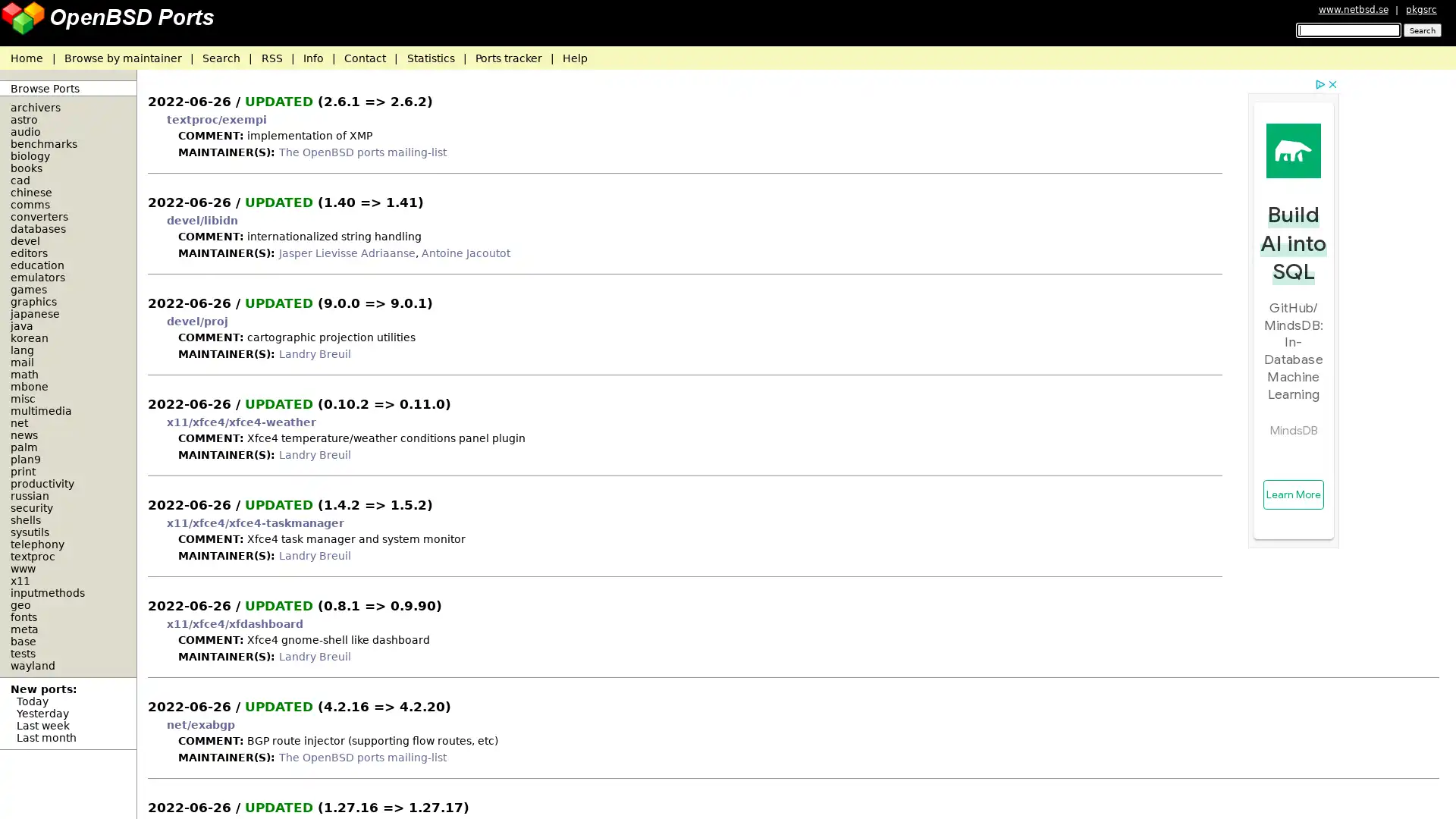  Describe the element at coordinates (1421, 30) in the screenshot. I see `Search` at that location.